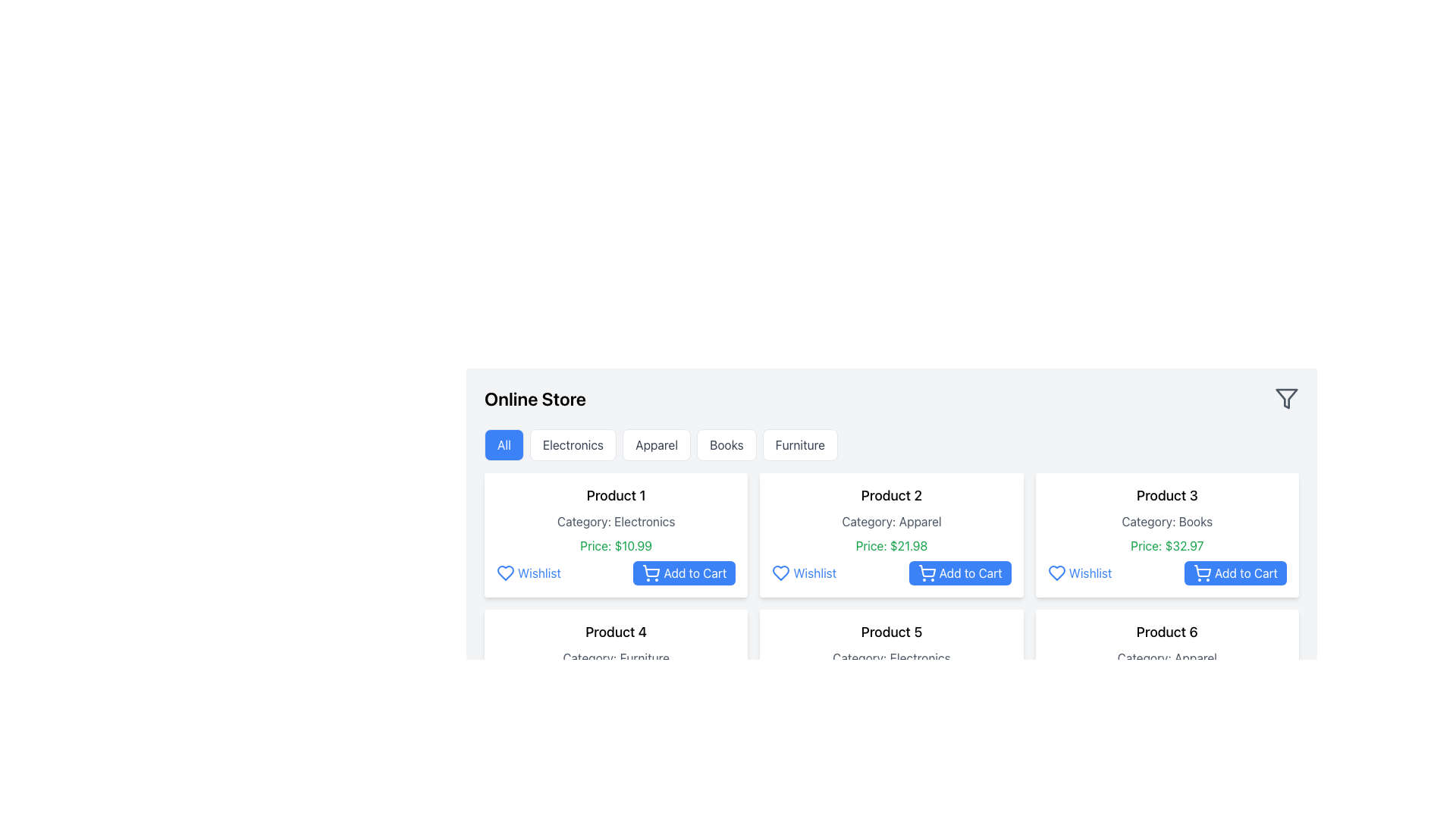  What do you see at coordinates (657, 444) in the screenshot?
I see `the category filter button for 'Apparel', which is the third button from the left in a horizontal list of category buttons` at bounding box center [657, 444].